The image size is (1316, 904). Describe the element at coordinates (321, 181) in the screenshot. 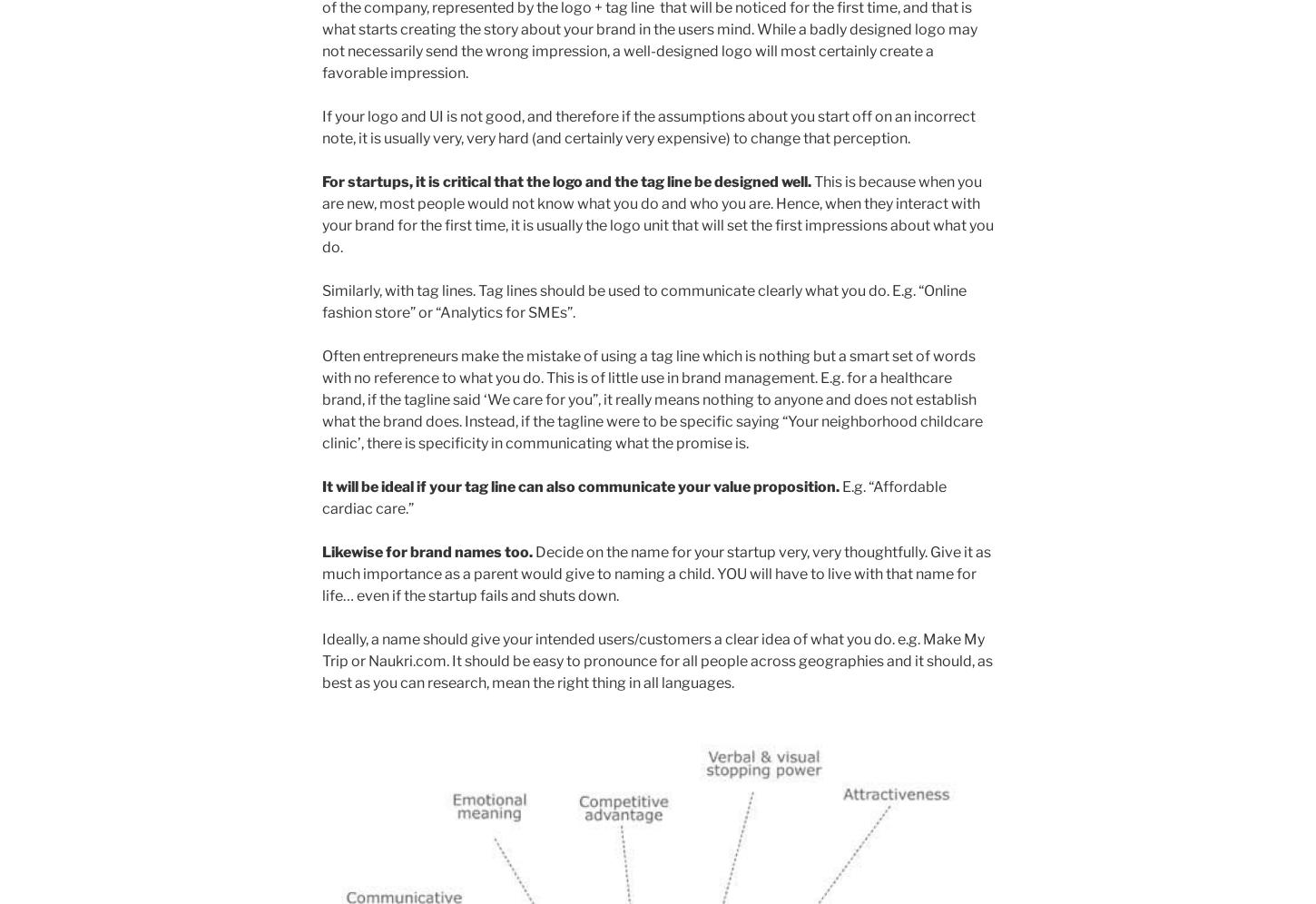

I see `'For startups, it is critical that the logo and the tag line be designed well.'` at that location.